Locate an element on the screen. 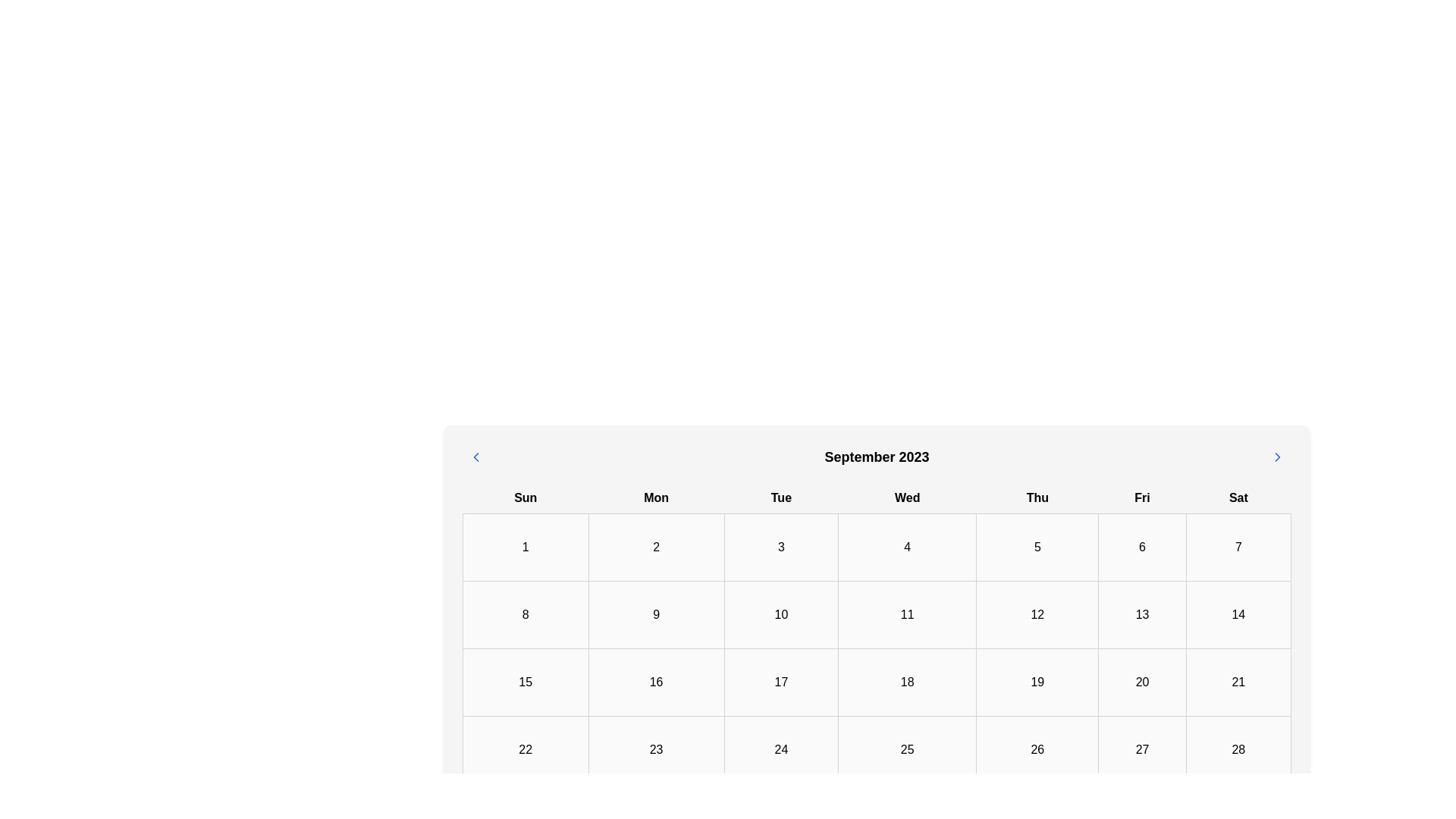 This screenshot has height=819, width=1456. the Calendar Day Cell containing the number '12' is located at coordinates (1037, 614).